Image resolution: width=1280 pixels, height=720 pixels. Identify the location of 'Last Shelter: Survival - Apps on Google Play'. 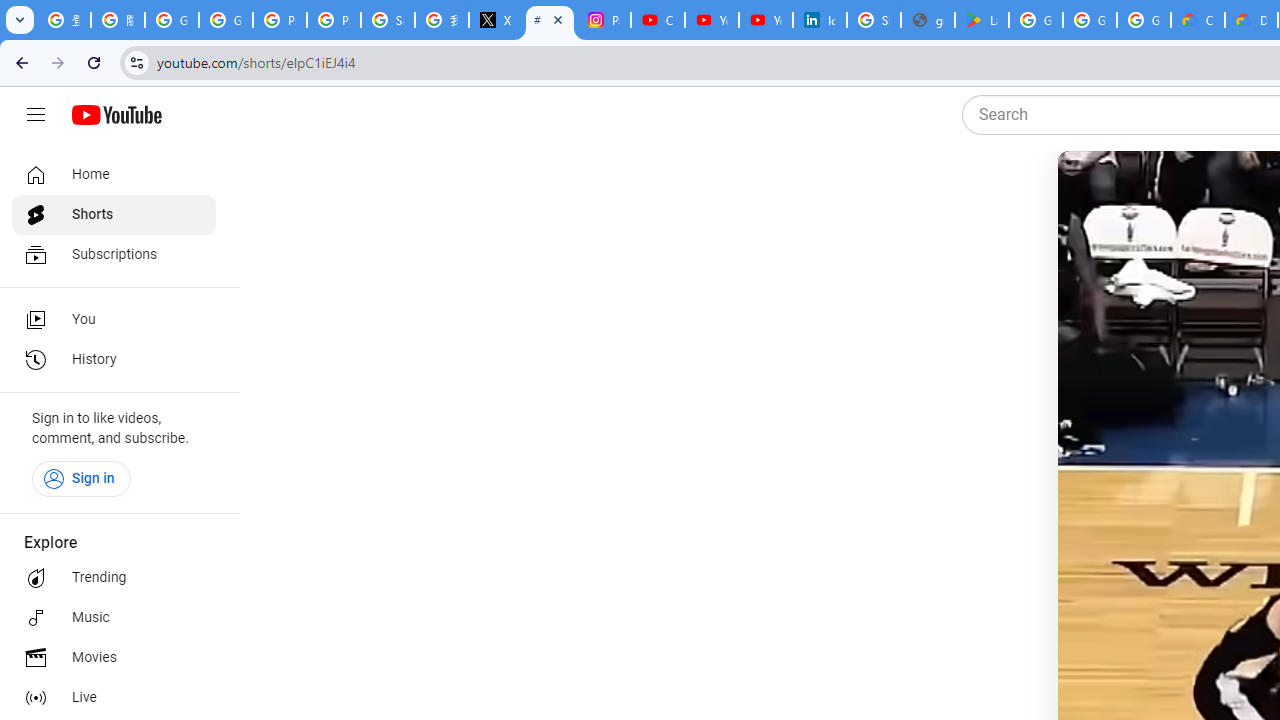
(981, 20).